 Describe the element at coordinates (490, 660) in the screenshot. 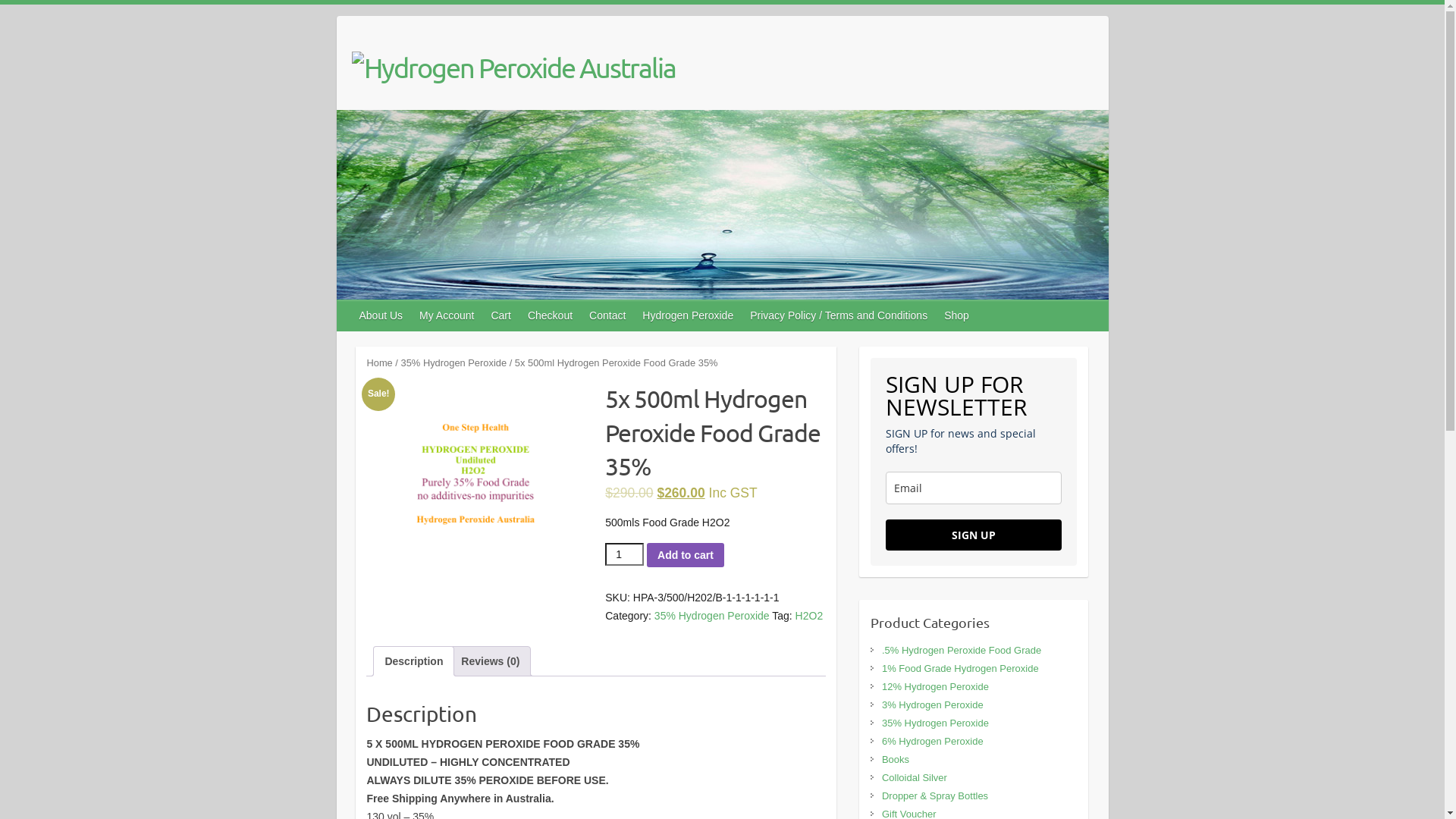

I see `'Reviews (0)'` at that location.